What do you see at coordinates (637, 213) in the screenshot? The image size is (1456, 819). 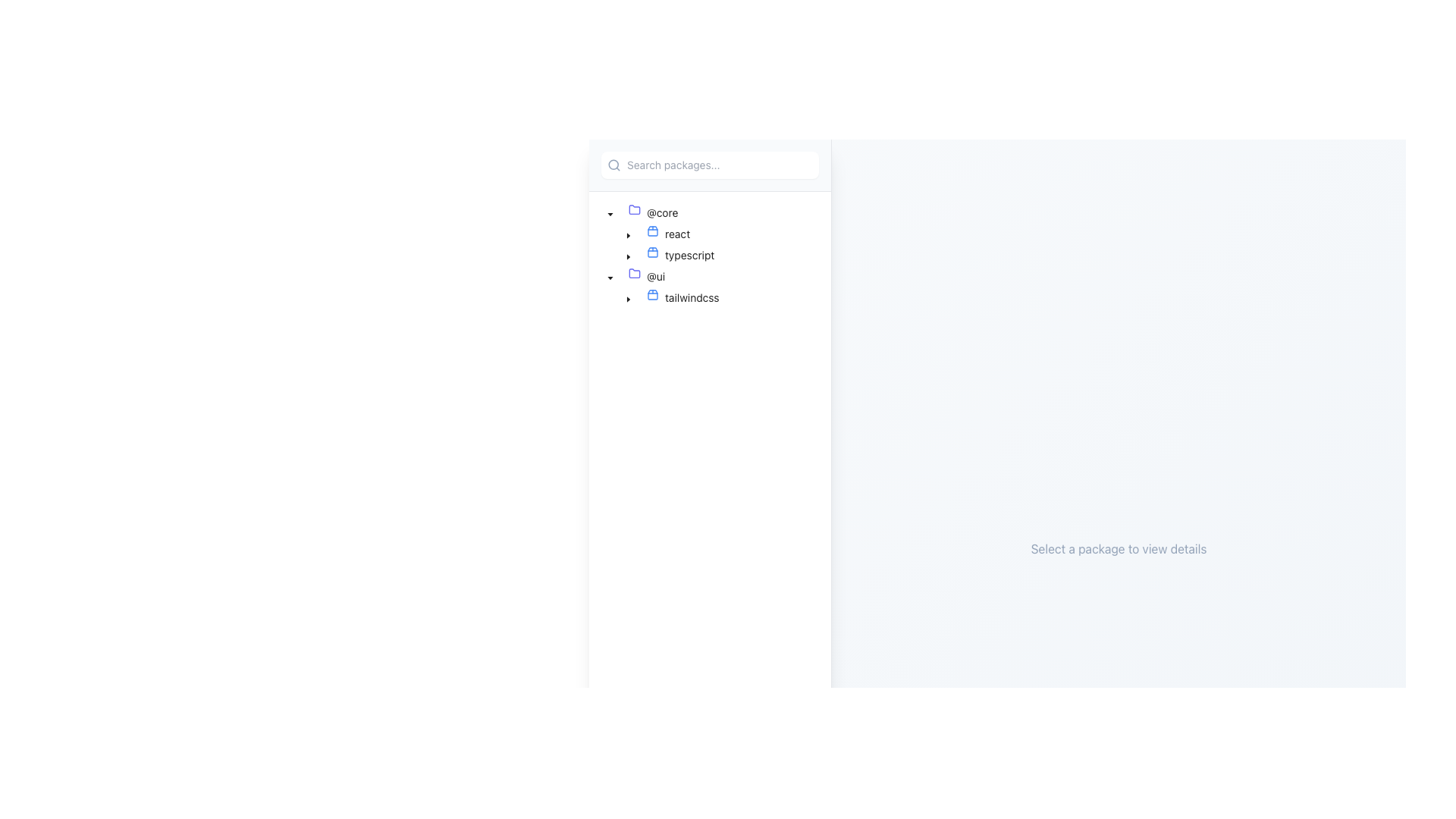 I see `the graphical folder icon with a blue outline, located to the left of the '@core' label in the tree-like menu structure` at bounding box center [637, 213].